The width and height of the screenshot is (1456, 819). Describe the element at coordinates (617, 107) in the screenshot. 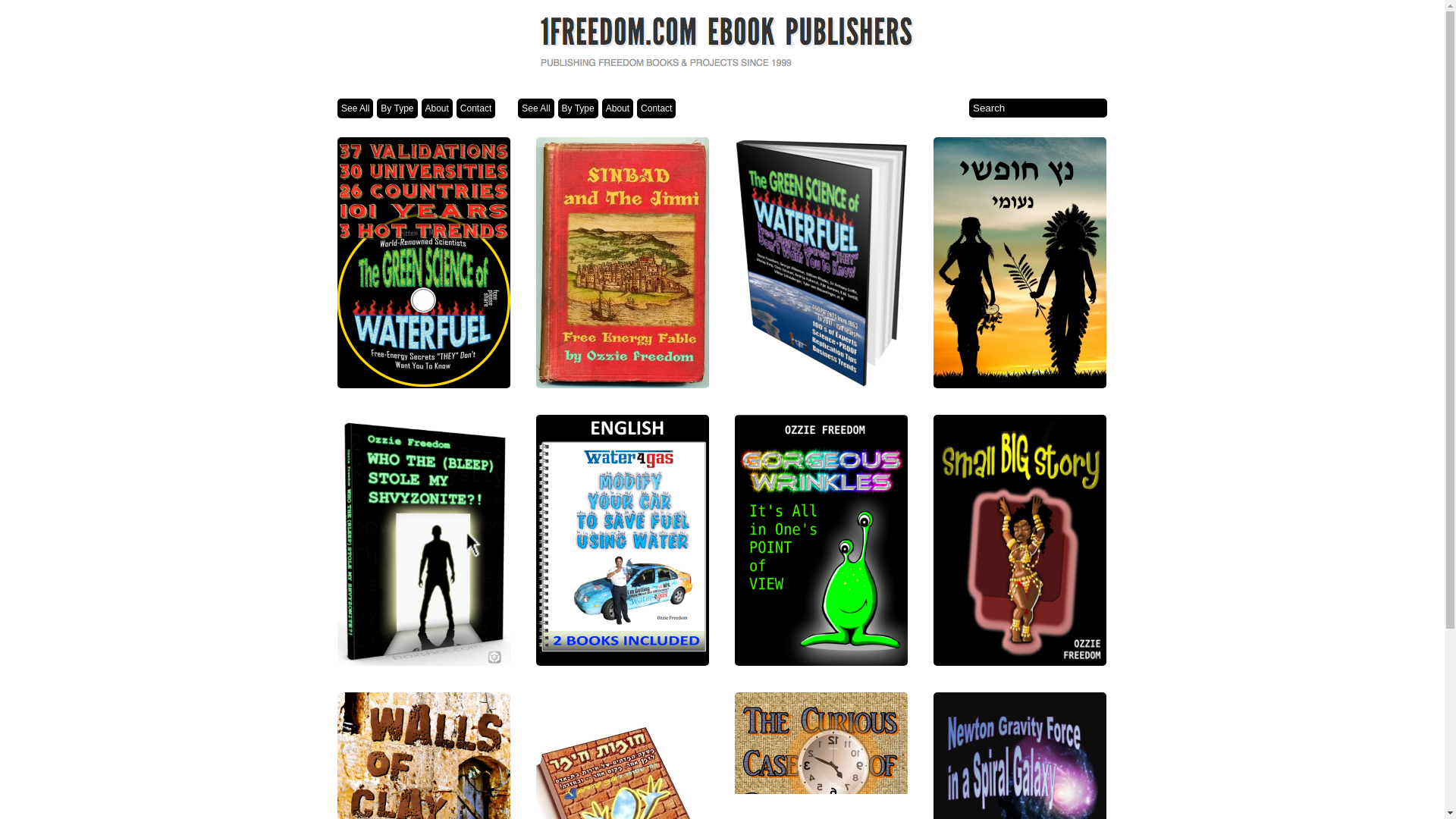

I see `'About'` at that location.